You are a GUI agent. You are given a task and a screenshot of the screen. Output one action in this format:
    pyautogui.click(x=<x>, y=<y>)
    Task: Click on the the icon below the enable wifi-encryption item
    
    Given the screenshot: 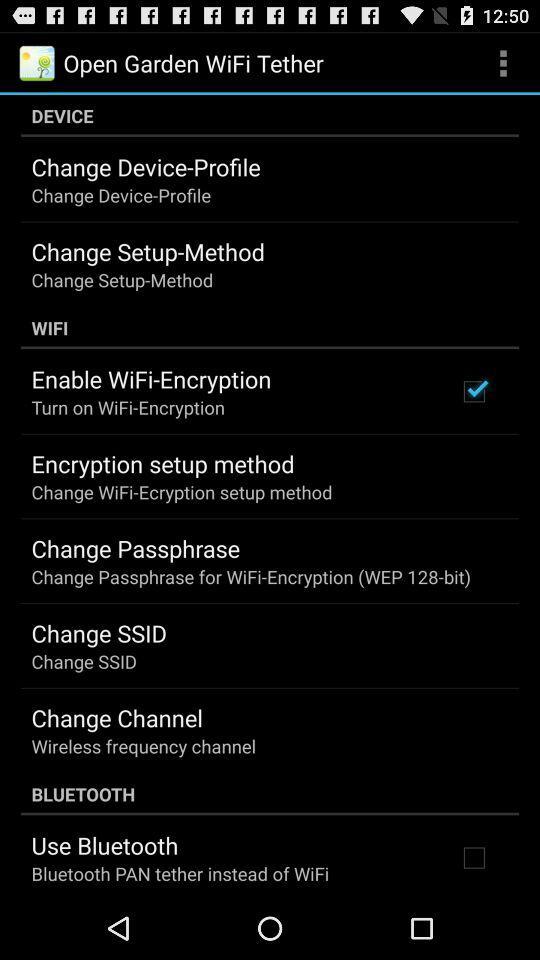 What is the action you would take?
    pyautogui.click(x=128, y=406)
    